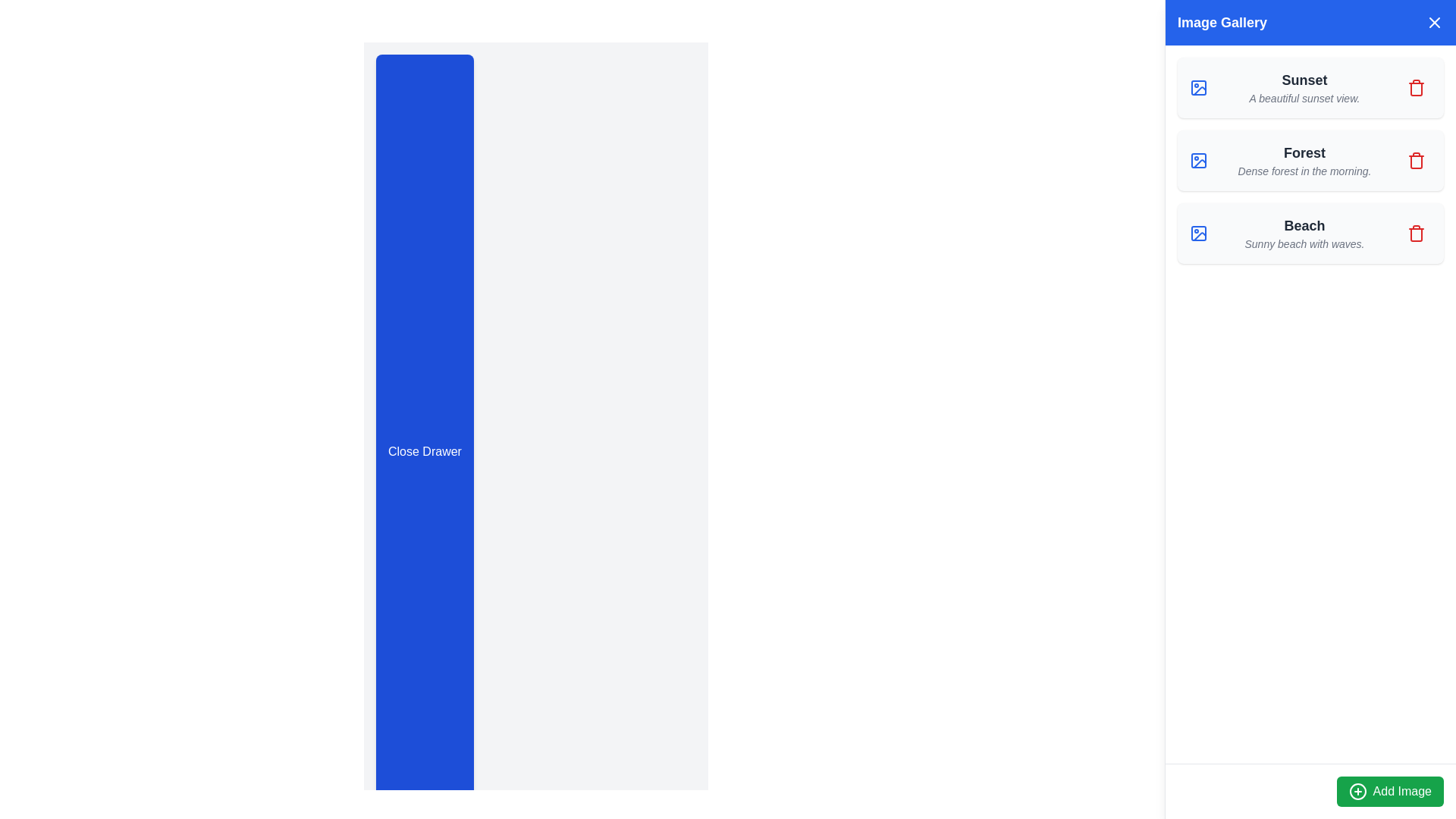 This screenshot has height=819, width=1456. Describe the element at coordinates (1415, 234) in the screenshot. I see `the trash bin icon located in the upper-right corner of the 'Beach' card` at that location.